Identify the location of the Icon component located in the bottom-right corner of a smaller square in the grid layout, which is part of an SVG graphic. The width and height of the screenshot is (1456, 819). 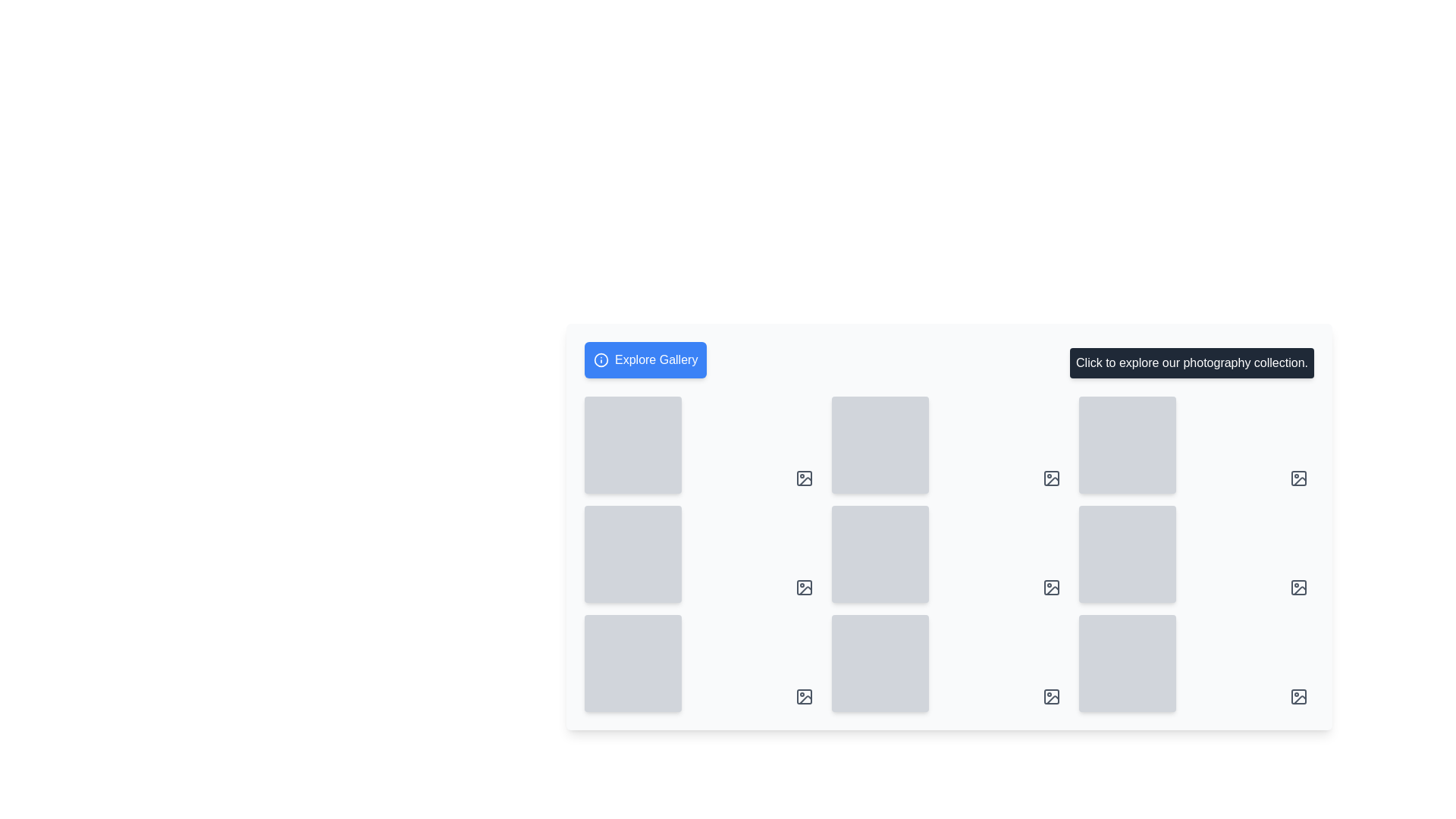
(1052, 482).